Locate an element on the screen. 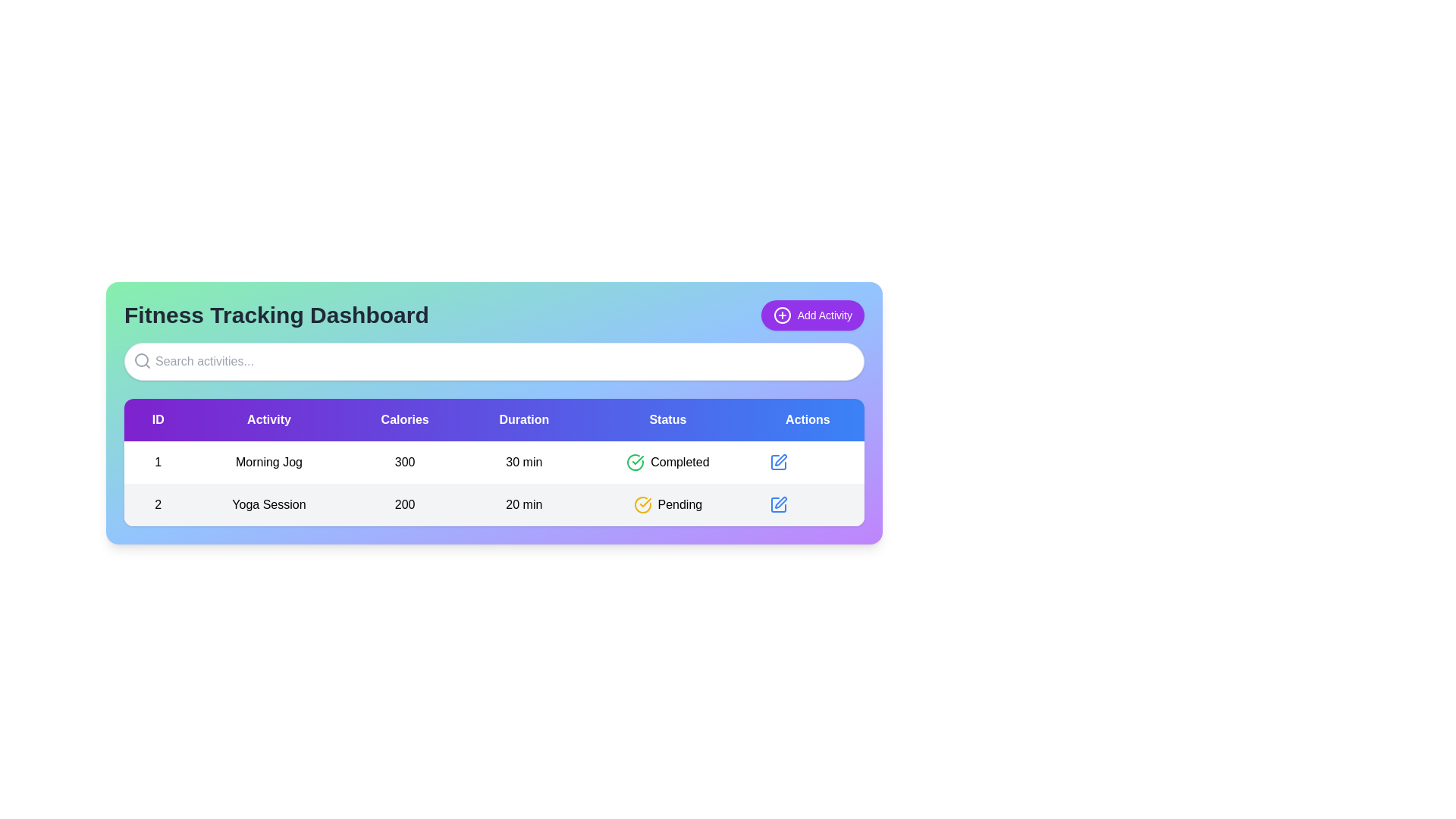 This screenshot has width=1456, height=819. the 'Add Activity' icon located inside the purple button at the top right of the interface to create a new activity is located at coordinates (782, 315).